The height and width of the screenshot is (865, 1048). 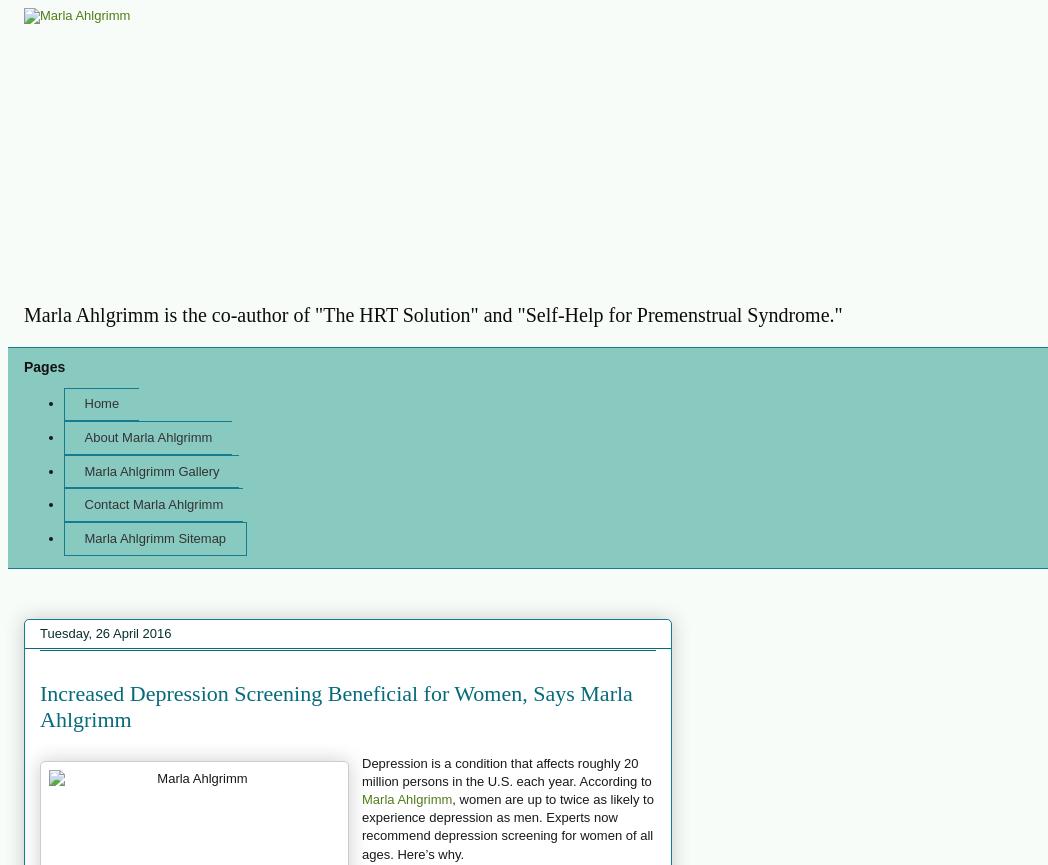 What do you see at coordinates (104, 633) in the screenshot?
I see `'Tuesday, 26 April 2016'` at bounding box center [104, 633].